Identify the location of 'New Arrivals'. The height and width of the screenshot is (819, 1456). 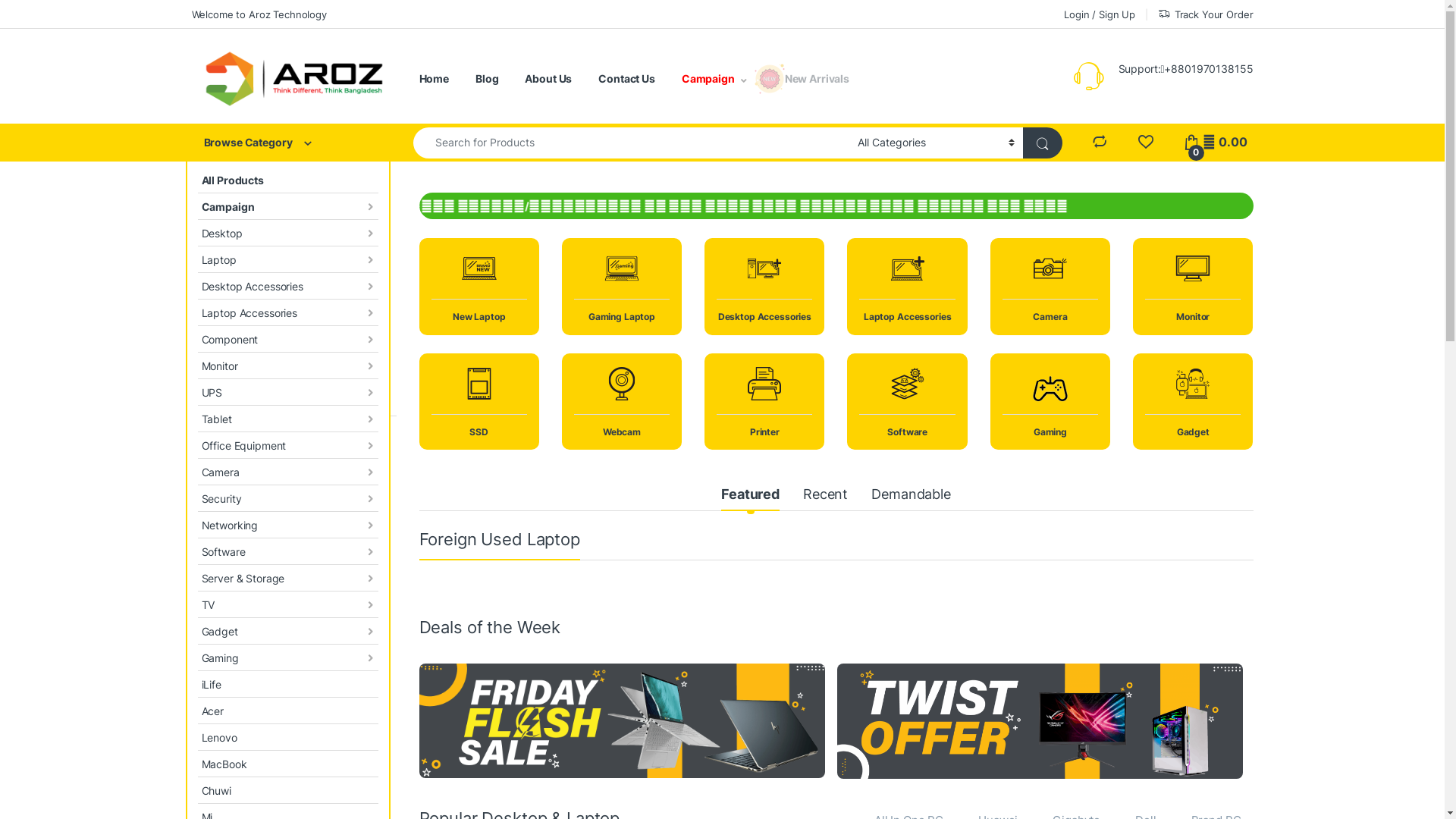
(816, 79).